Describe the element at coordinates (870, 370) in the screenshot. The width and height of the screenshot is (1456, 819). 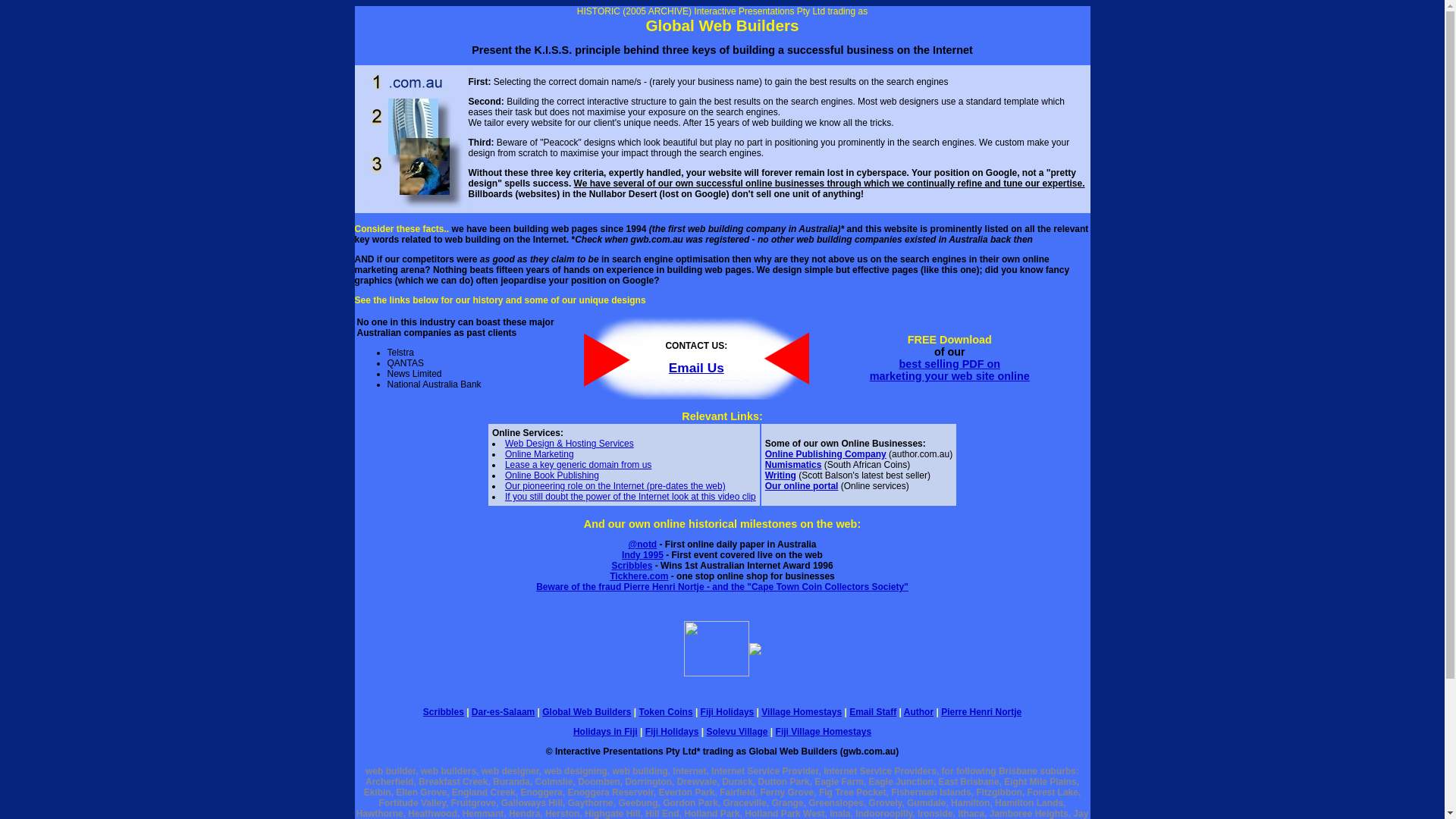
I see `'best selling PDF on` at that location.